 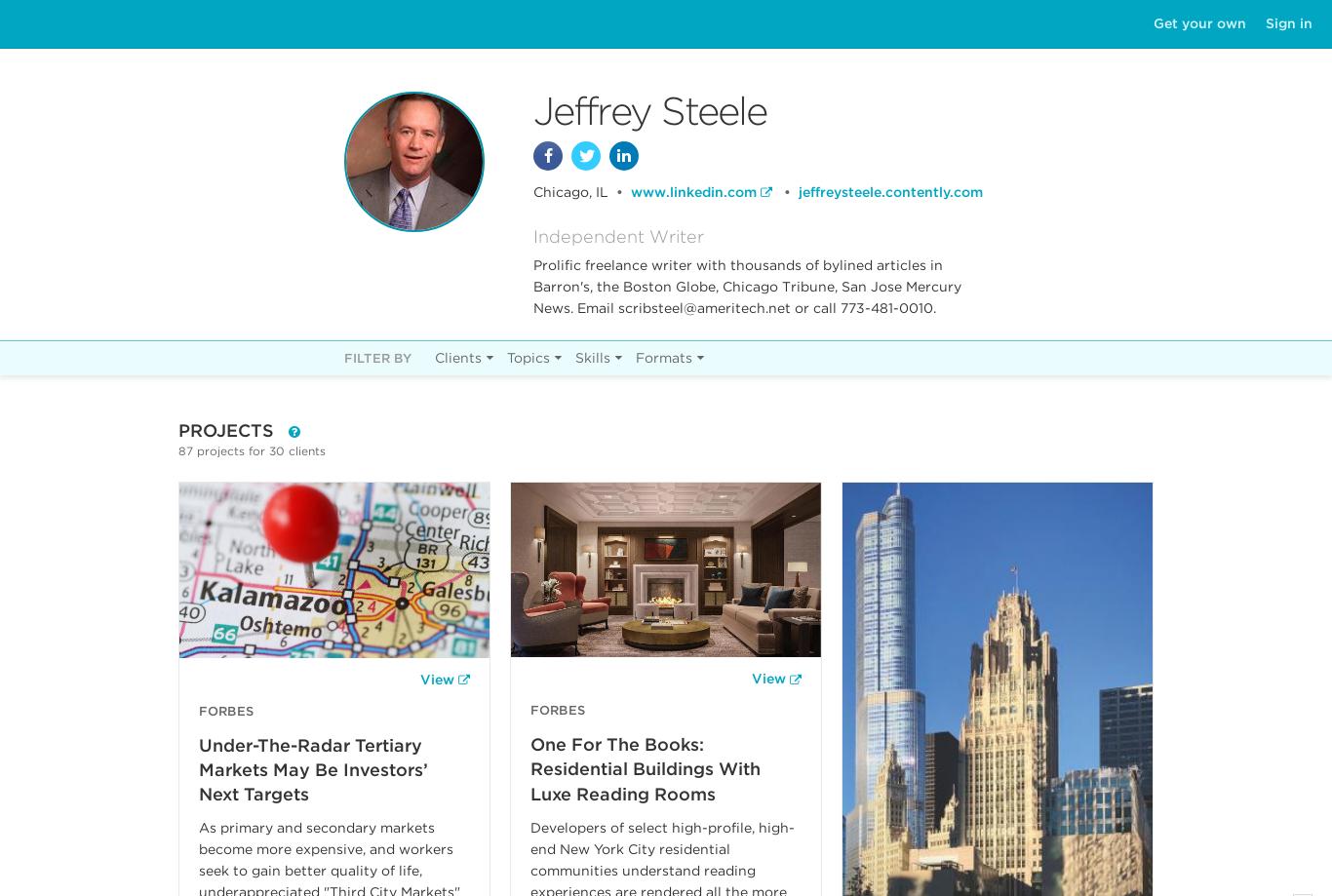 What do you see at coordinates (573, 356) in the screenshot?
I see `'Skills'` at bounding box center [573, 356].